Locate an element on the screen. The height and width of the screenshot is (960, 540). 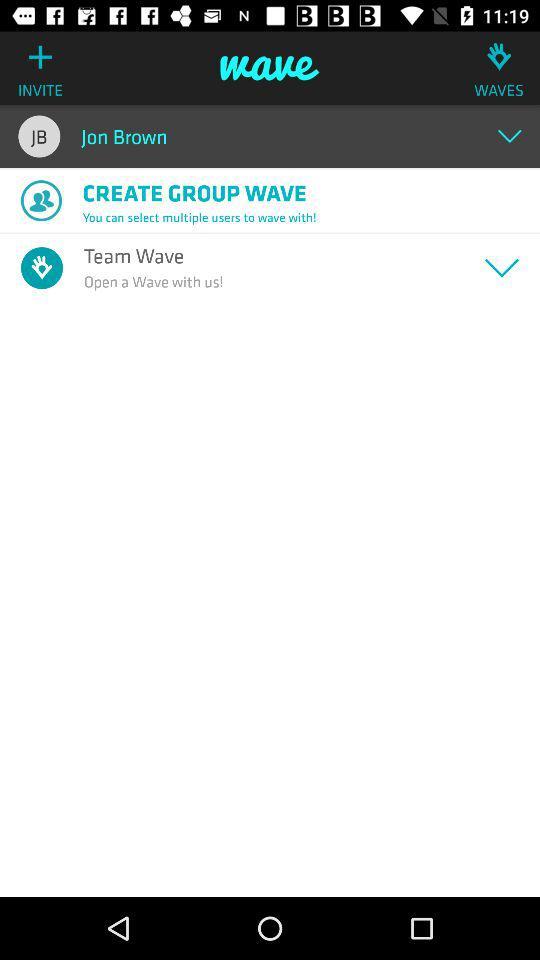
icon to the right of invite icon is located at coordinates (270, 68).